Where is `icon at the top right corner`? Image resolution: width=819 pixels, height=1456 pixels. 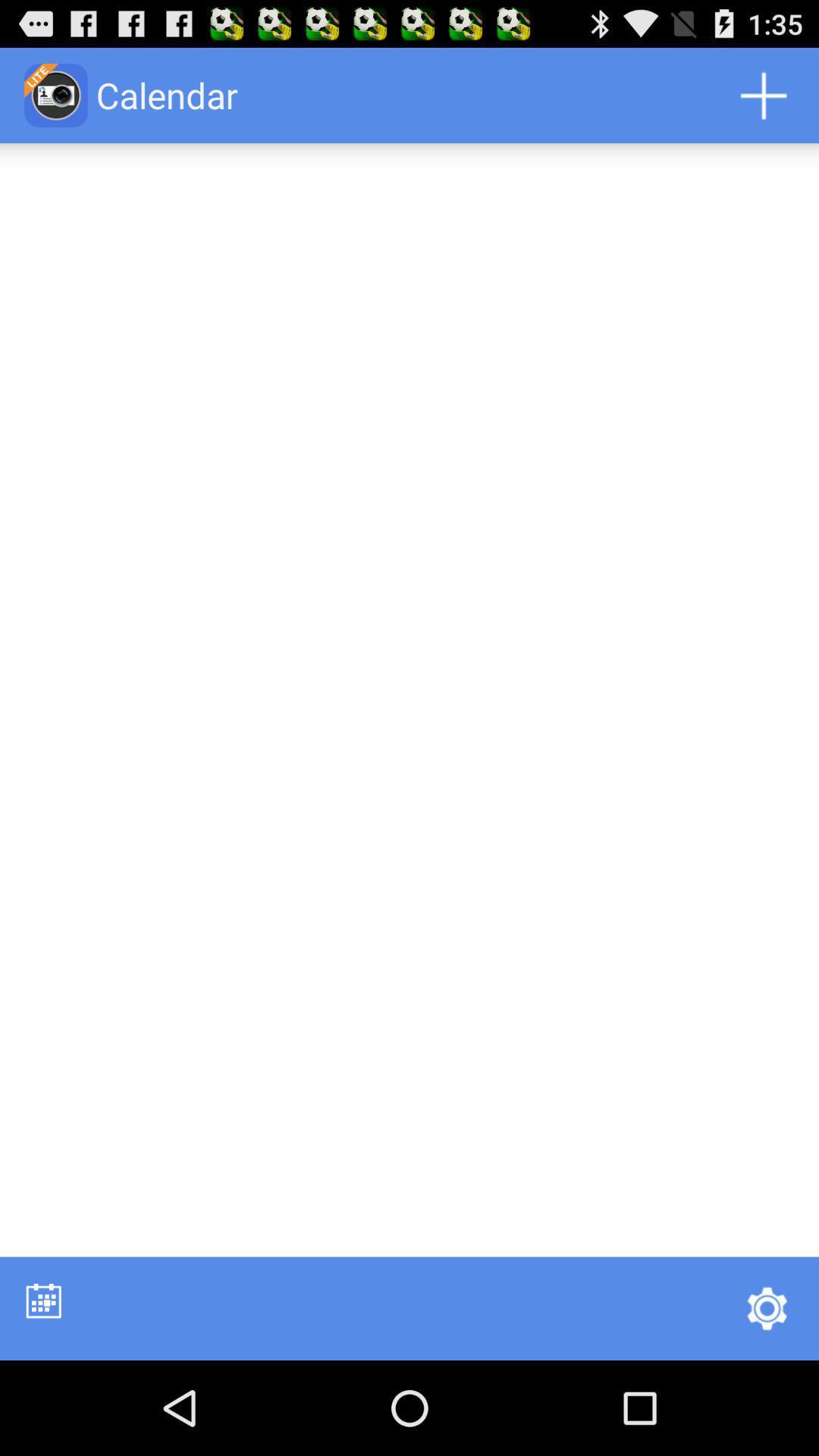 icon at the top right corner is located at coordinates (763, 94).